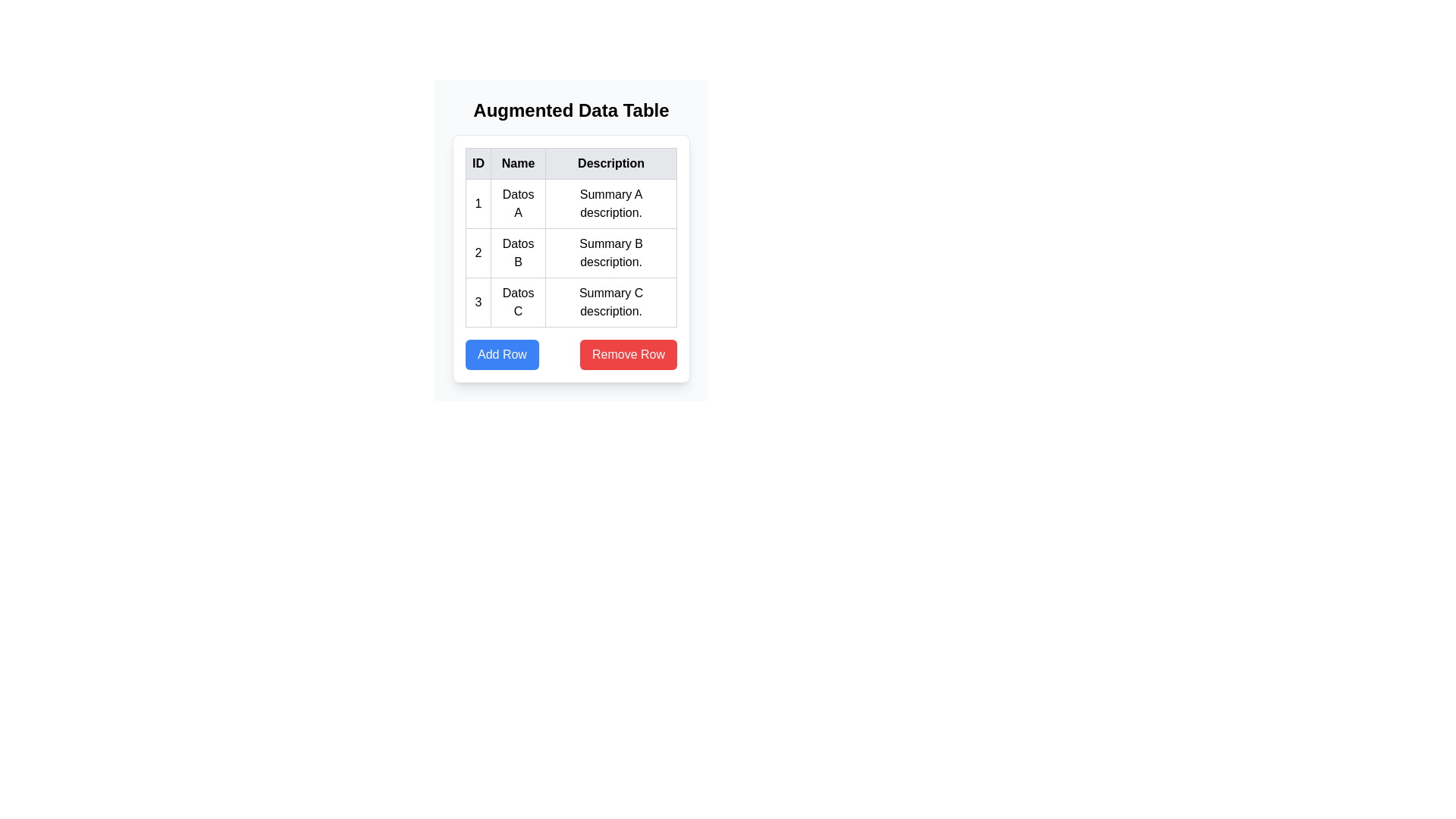  Describe the element at coordinates (629, 354) in the screenshot. I see `'Remove Row' button to remove a row from the table` at that location.